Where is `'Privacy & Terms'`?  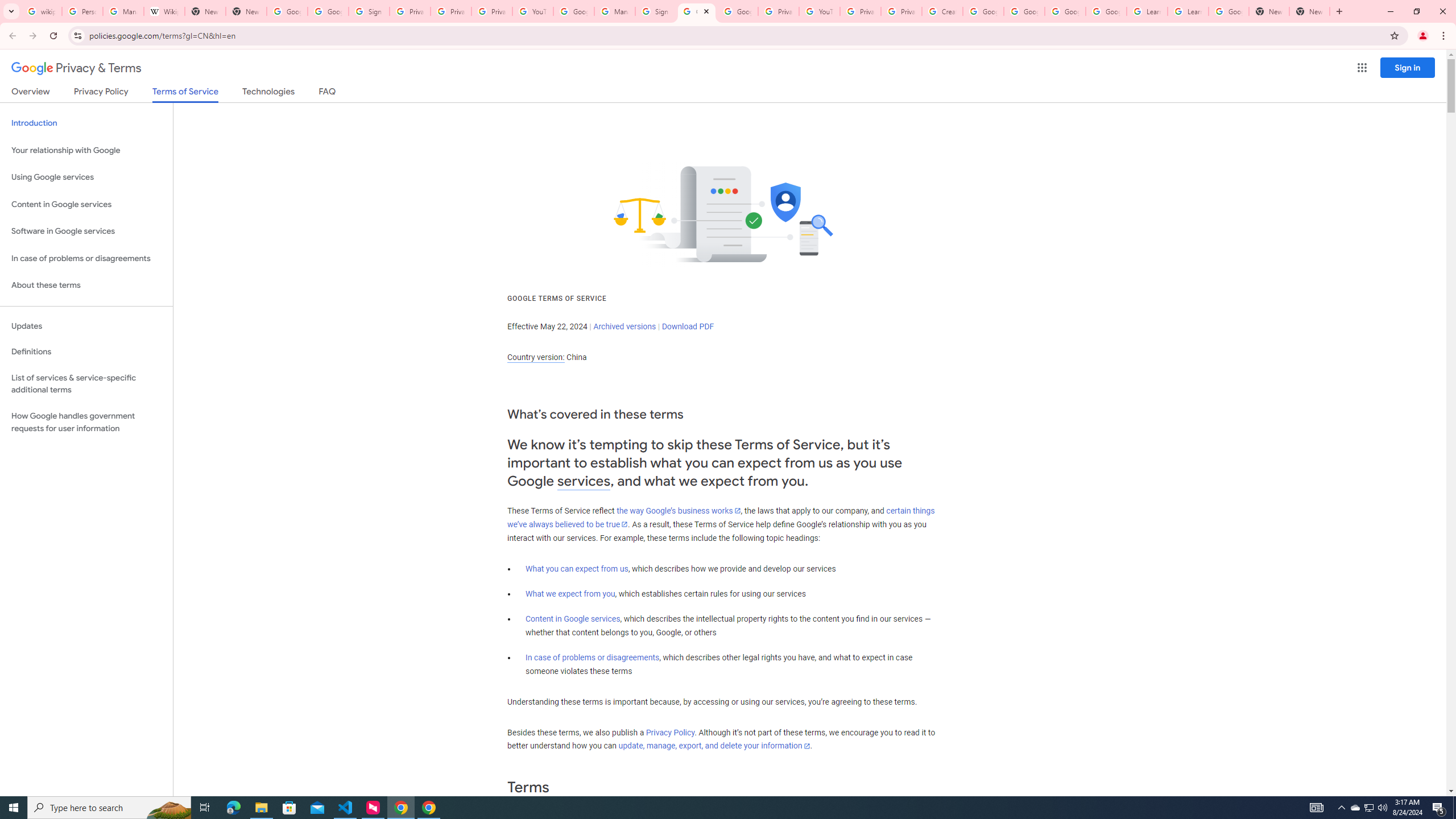
'Privacy & Terms' is located at coordinates (76, 68).